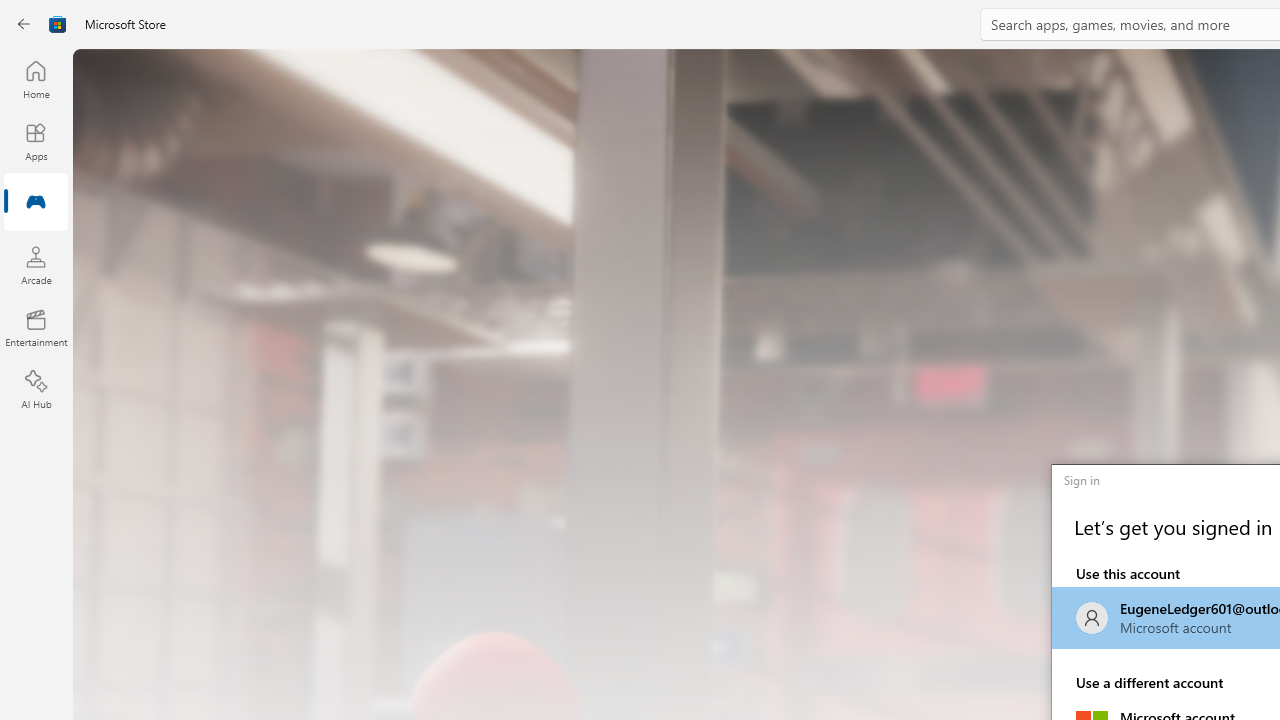  Describe the element at coordinates (35, 140) in the screenshot. I see `'Apps'` at that location.